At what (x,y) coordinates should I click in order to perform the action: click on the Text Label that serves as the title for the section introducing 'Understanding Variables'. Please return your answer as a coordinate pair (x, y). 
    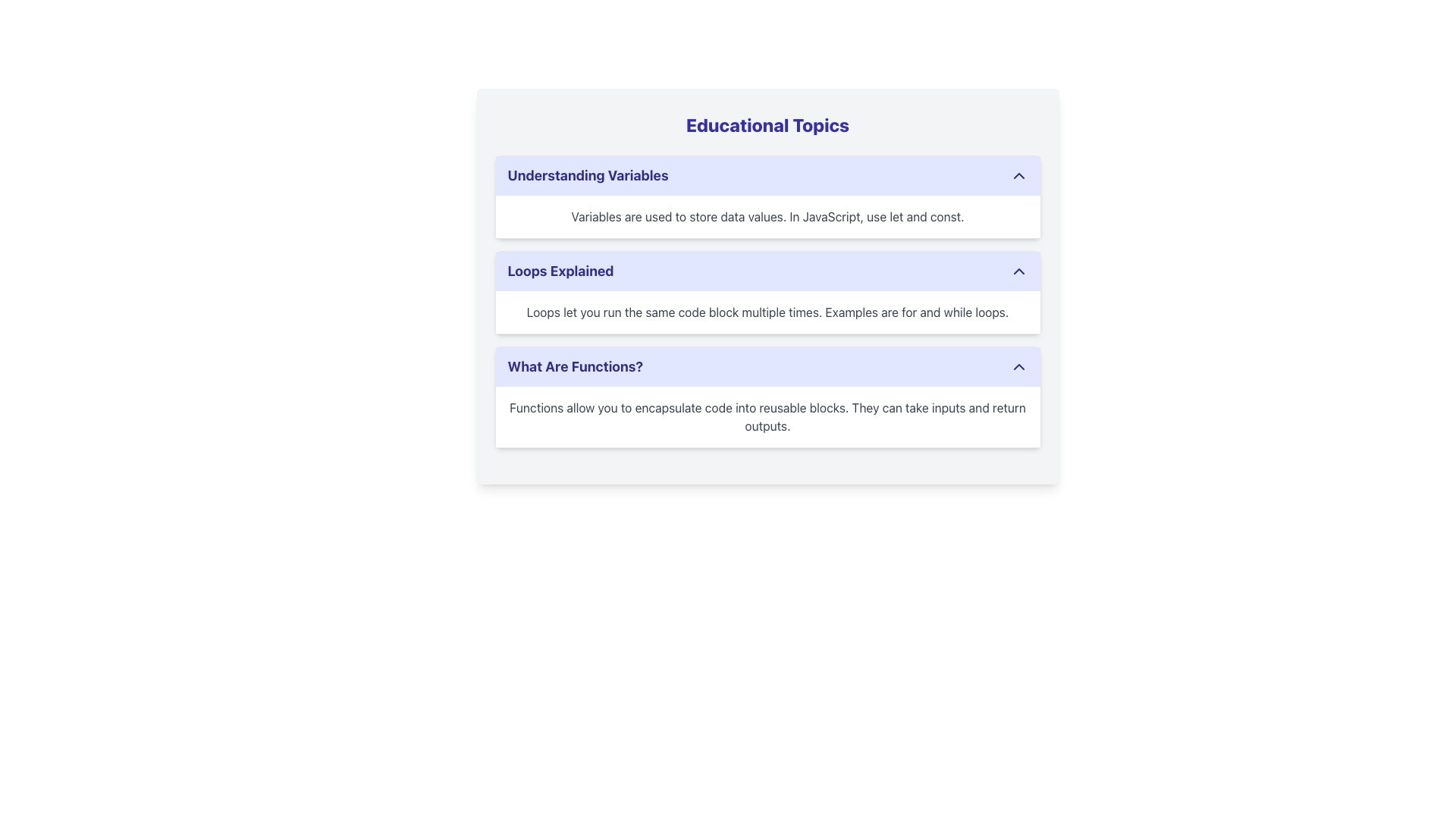
    Looking at the image, I should click on (587, 174).